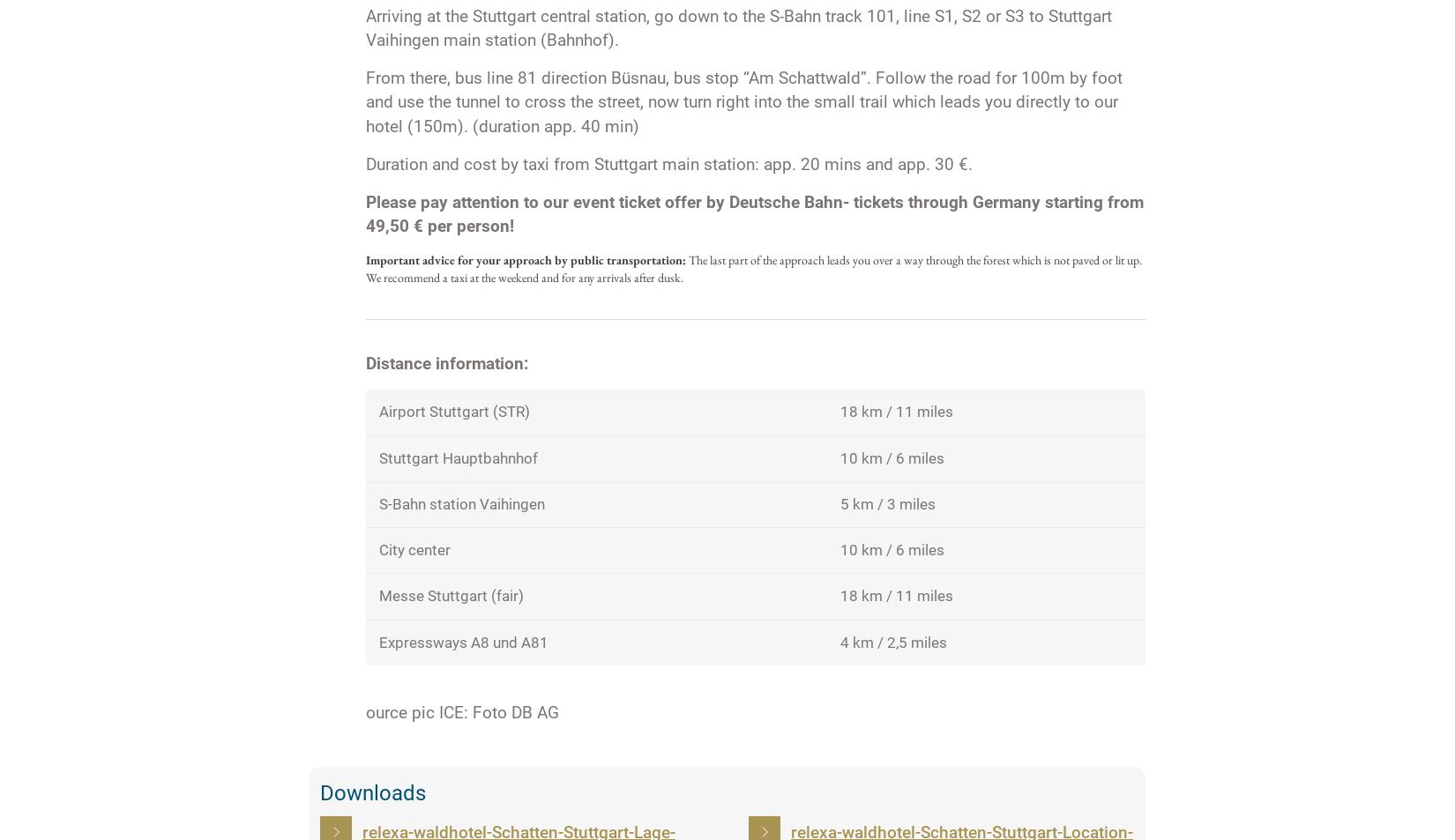 This screenshot has width=1455, height=840. What do you see at coordinates (887, 503) in the screenshot?
I see `'5 km / 3 miles'` at bounding box center [887, 503].